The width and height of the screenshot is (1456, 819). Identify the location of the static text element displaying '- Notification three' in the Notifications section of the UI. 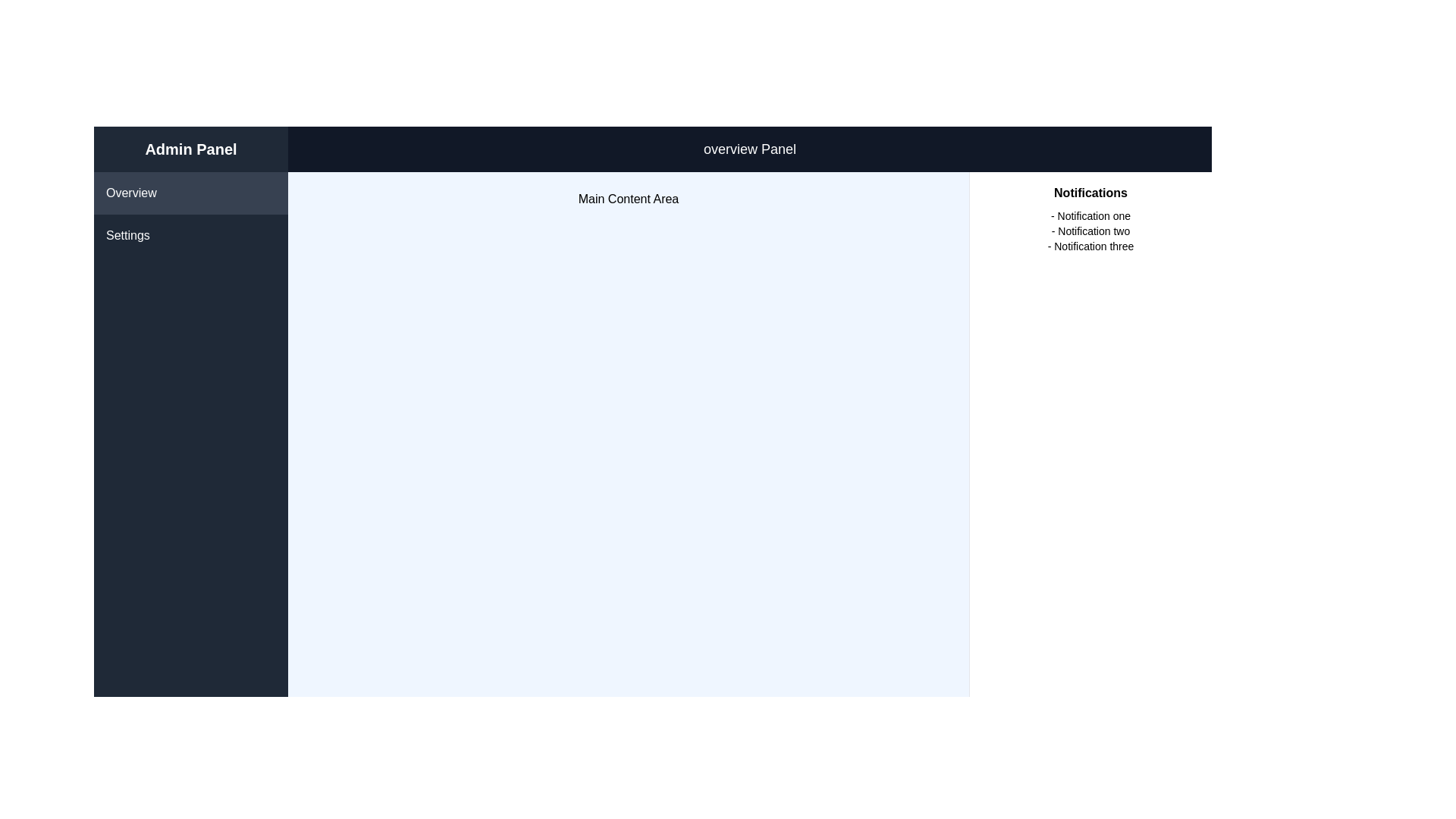
(1090, 245).